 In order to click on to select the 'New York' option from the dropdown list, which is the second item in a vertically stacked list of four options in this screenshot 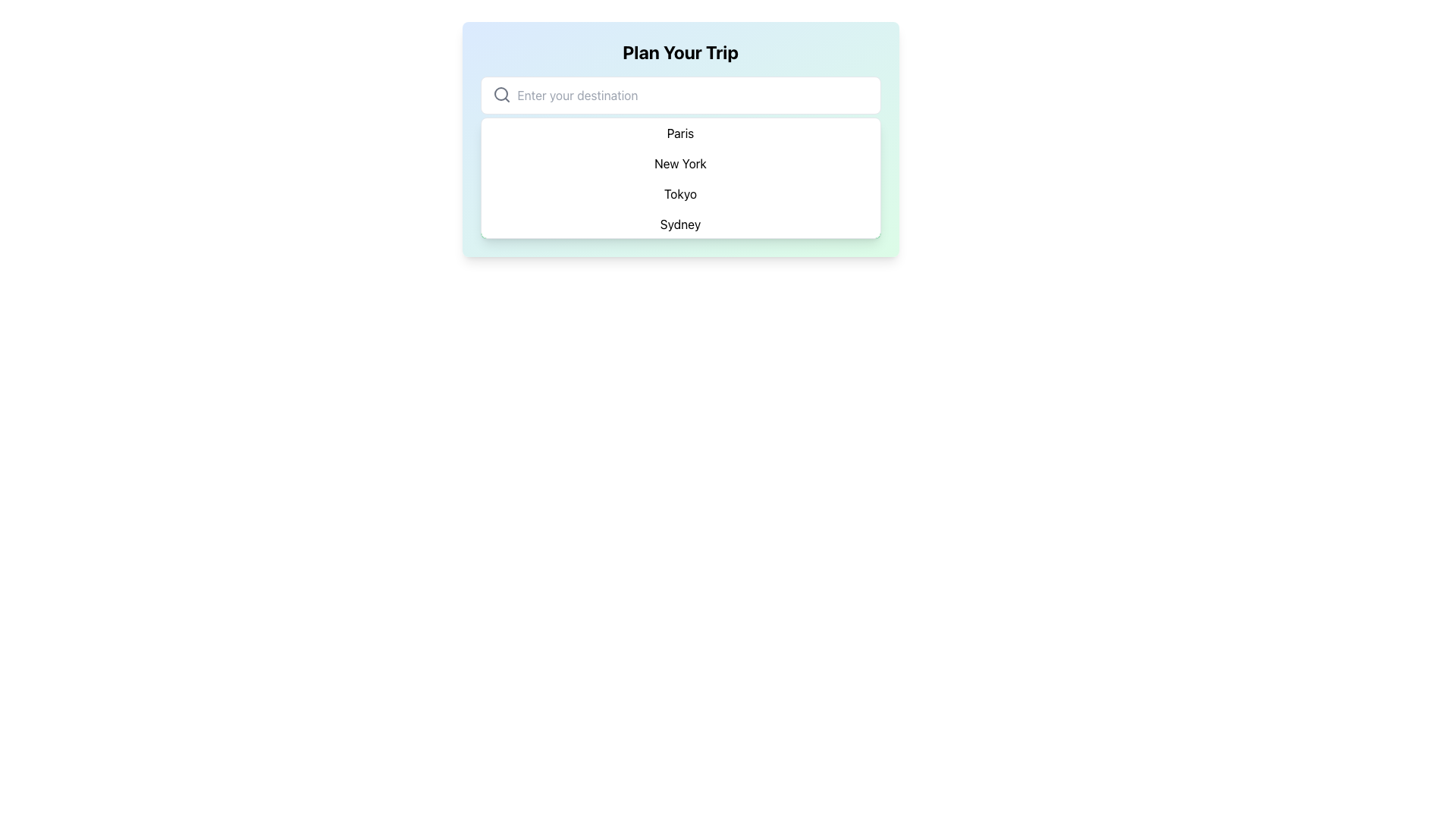, I will do `click(679, 164)`.